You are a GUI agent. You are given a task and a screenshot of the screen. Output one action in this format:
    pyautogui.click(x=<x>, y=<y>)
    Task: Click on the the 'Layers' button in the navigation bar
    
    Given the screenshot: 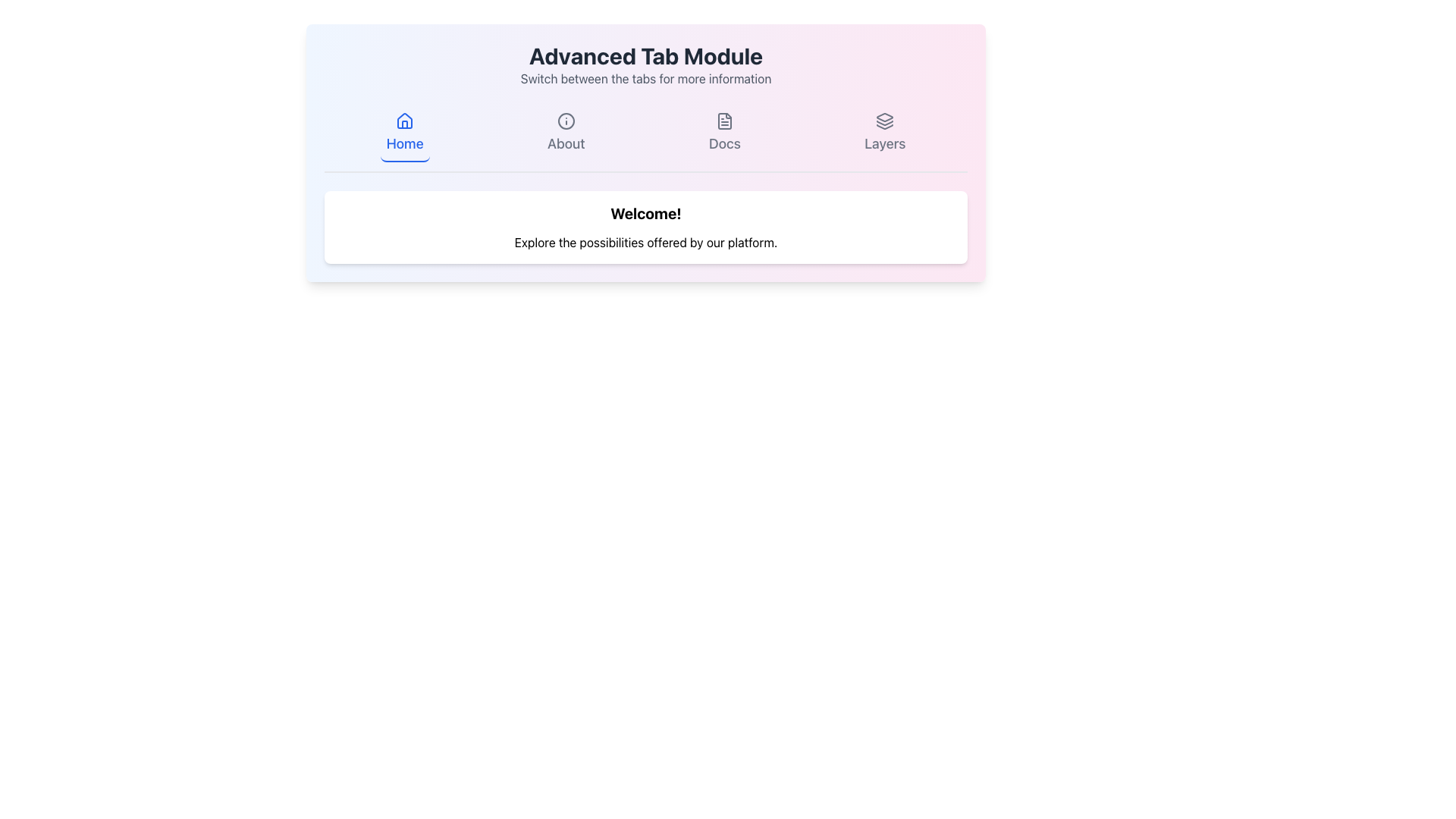 What is the action you would take?
    pyautogui.click(x=885, y=133)
    